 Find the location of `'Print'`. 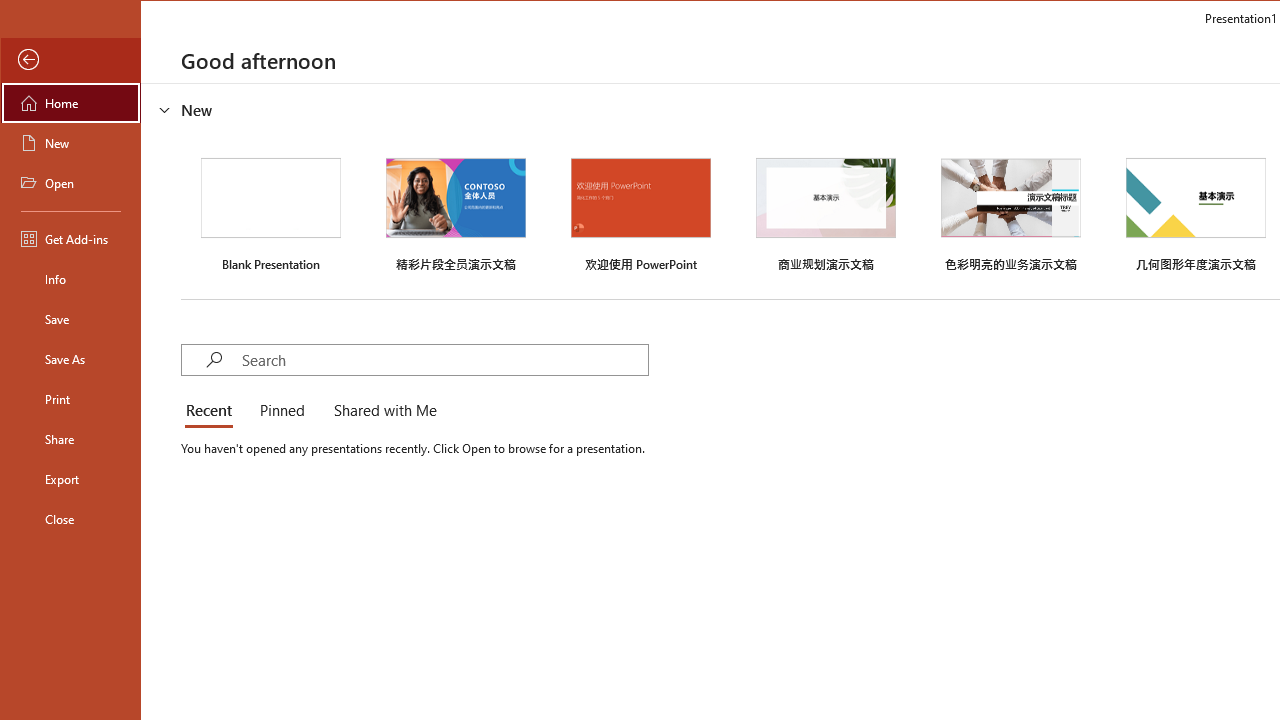

'Print' is located at coordinates (71, 398).